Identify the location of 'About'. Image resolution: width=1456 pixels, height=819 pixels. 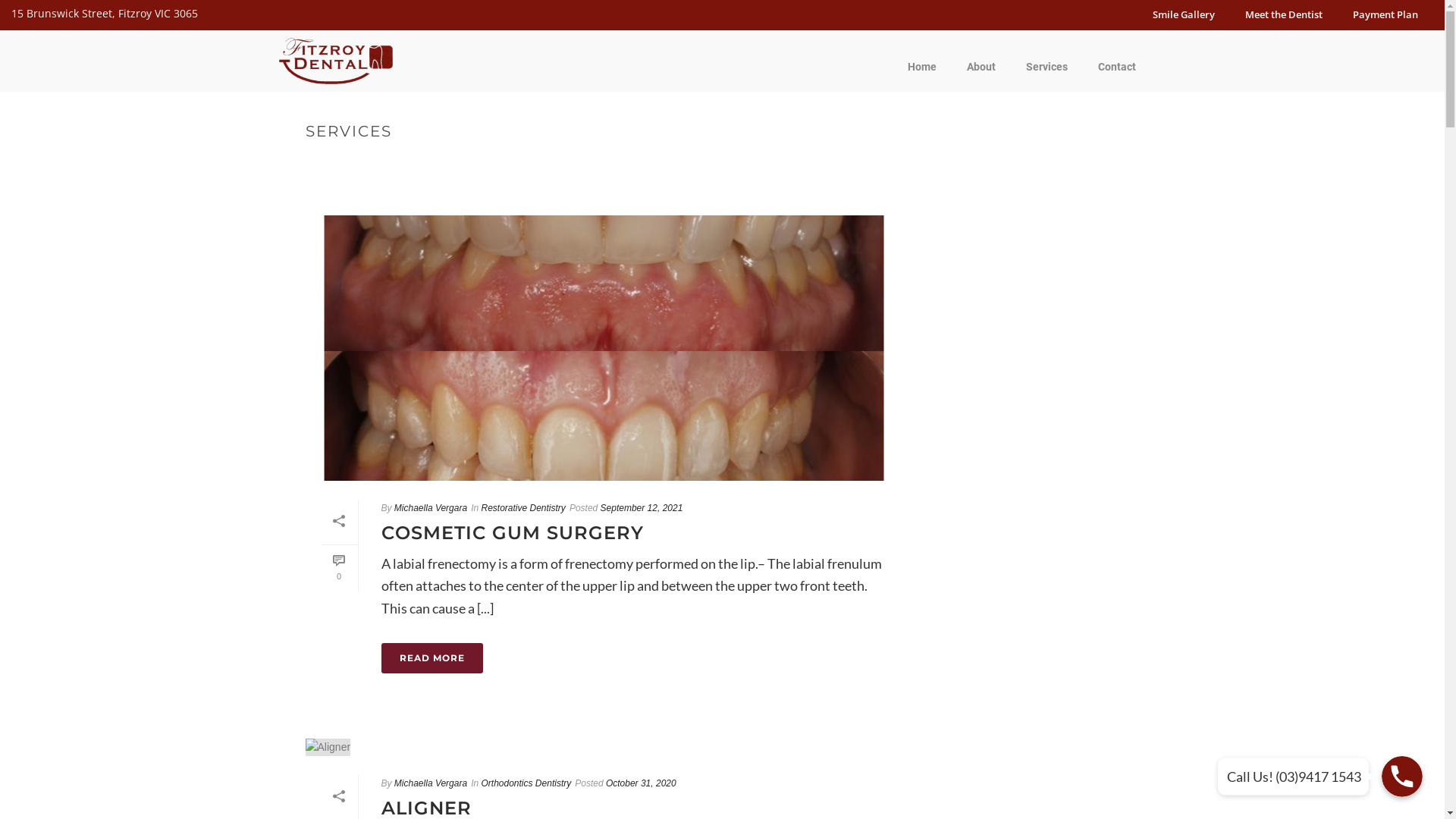
(980, 66).